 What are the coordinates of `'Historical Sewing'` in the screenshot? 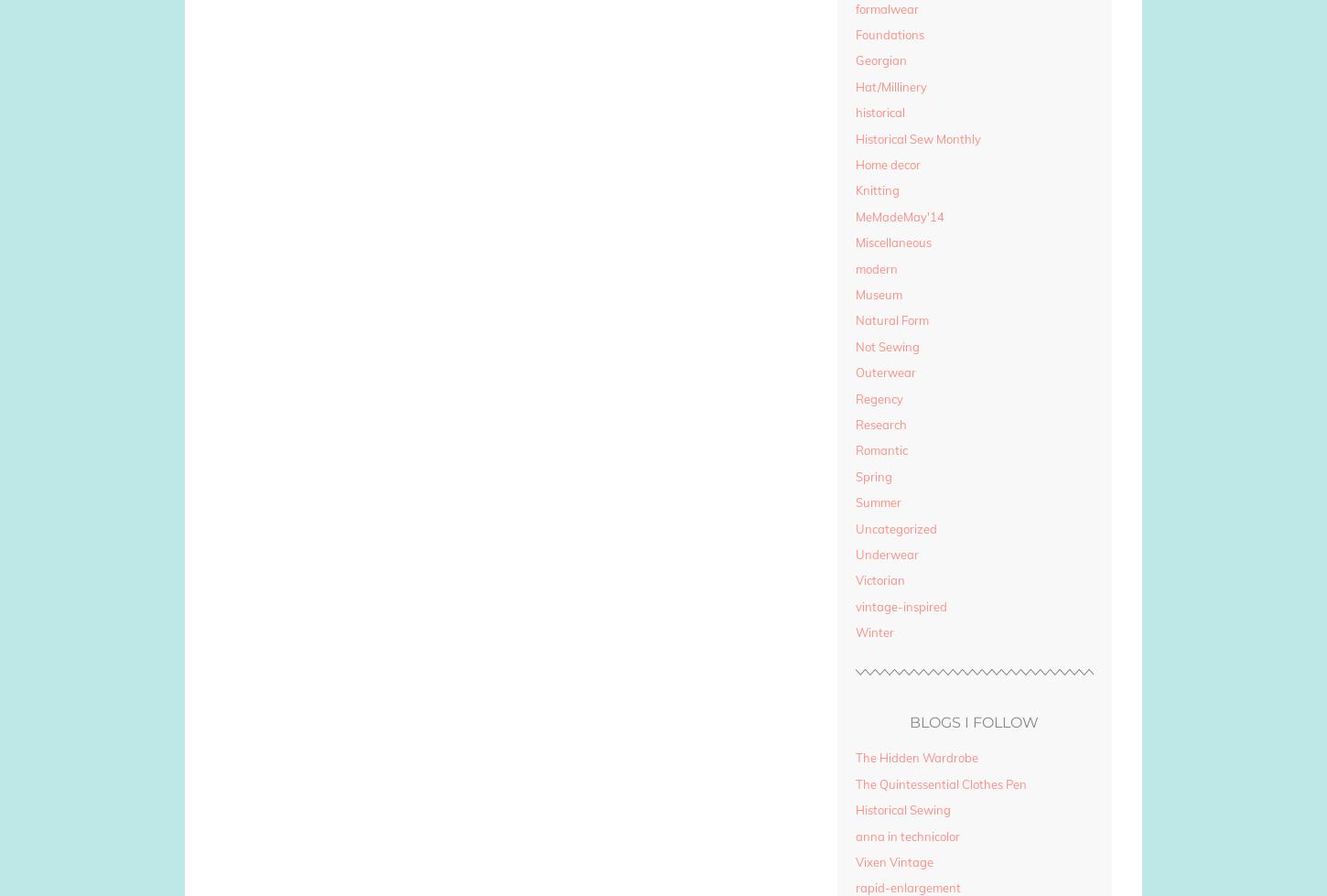 It's located at (902, 809).